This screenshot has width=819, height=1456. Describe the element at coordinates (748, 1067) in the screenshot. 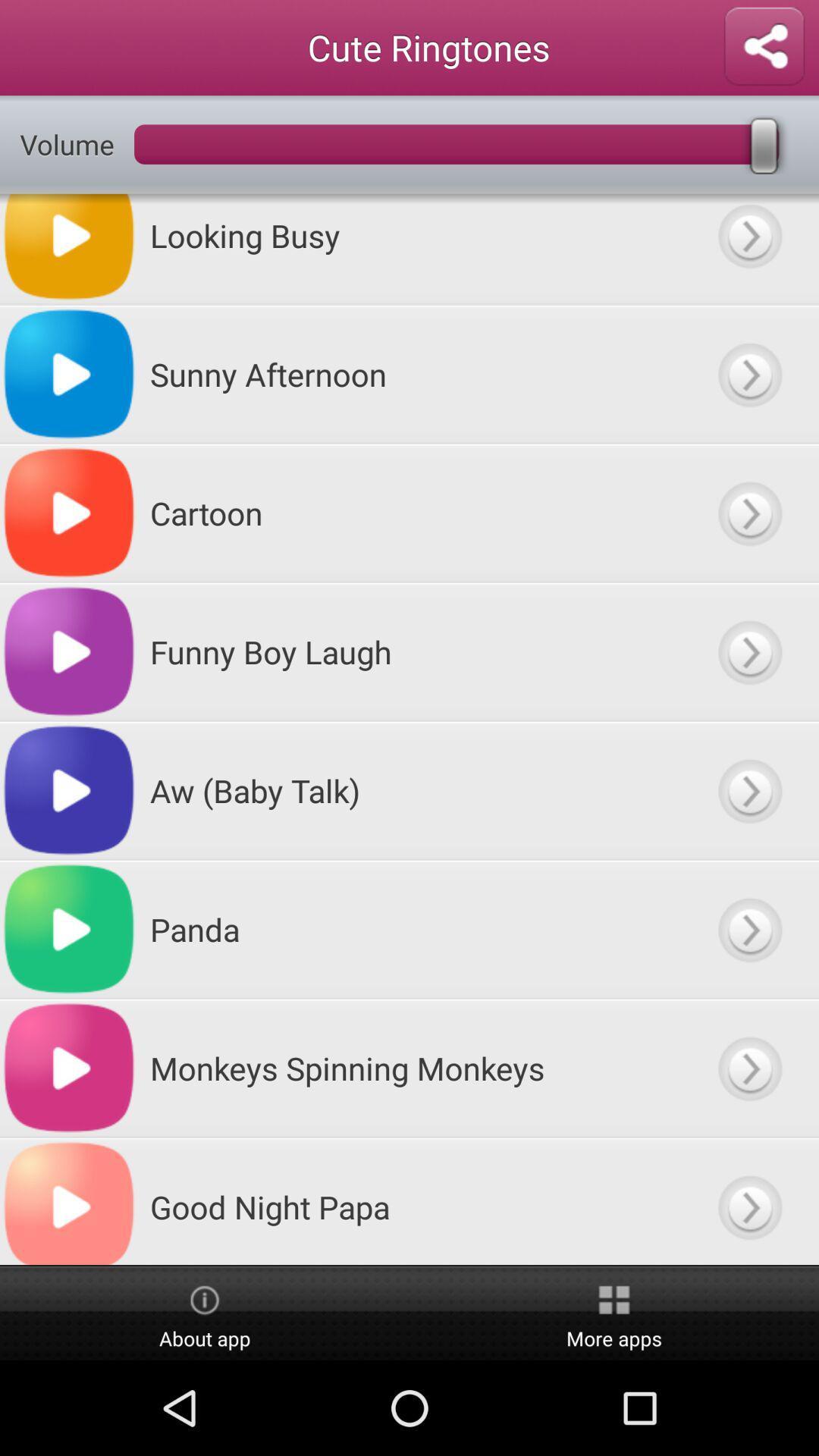

I see `option for monkeys` at that location.